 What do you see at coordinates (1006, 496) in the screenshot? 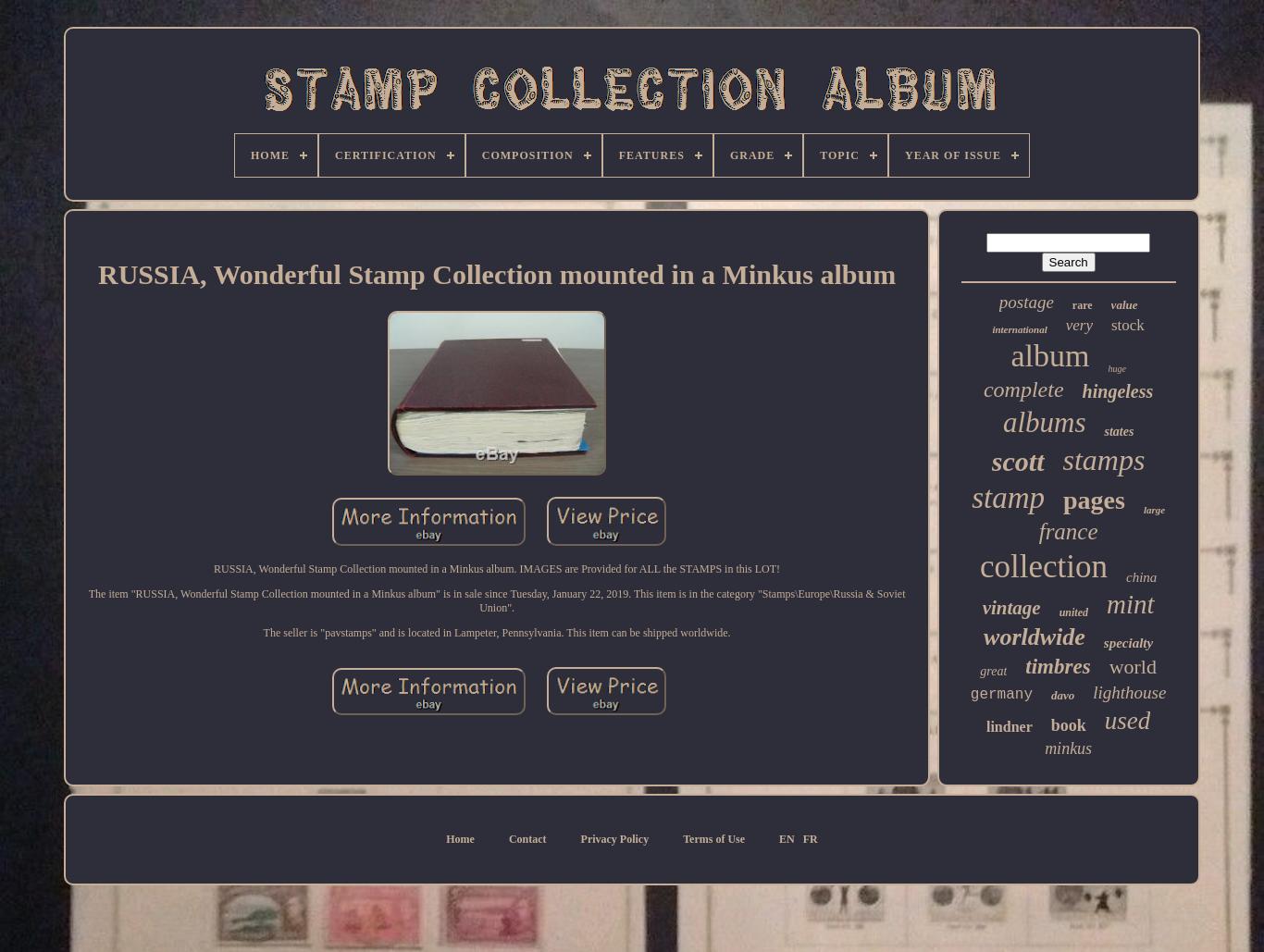
I see `'stamp'` at bounding box center [1006, 496].